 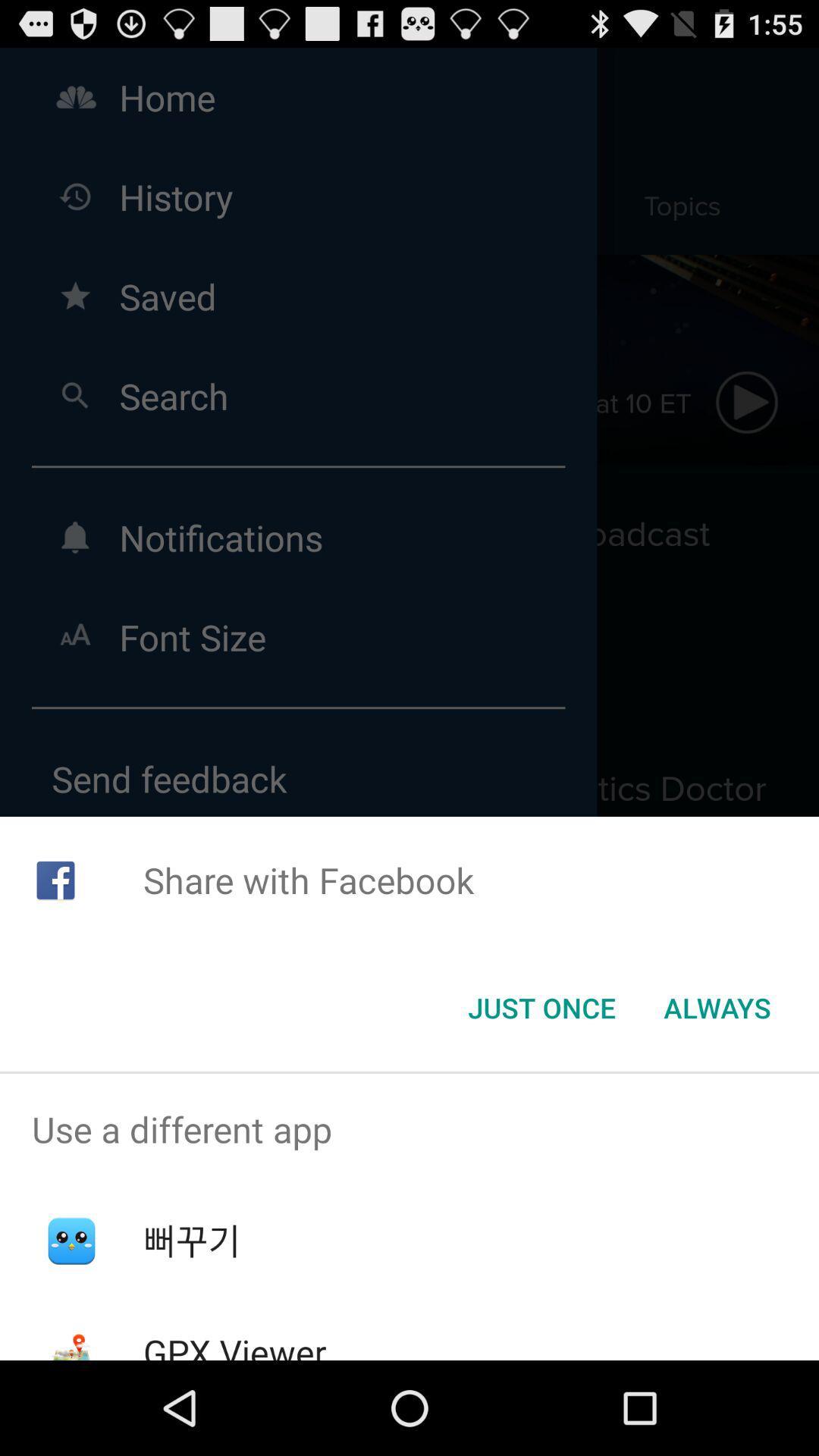 I want to click on the just once icon, so click(x=541, y=1008).